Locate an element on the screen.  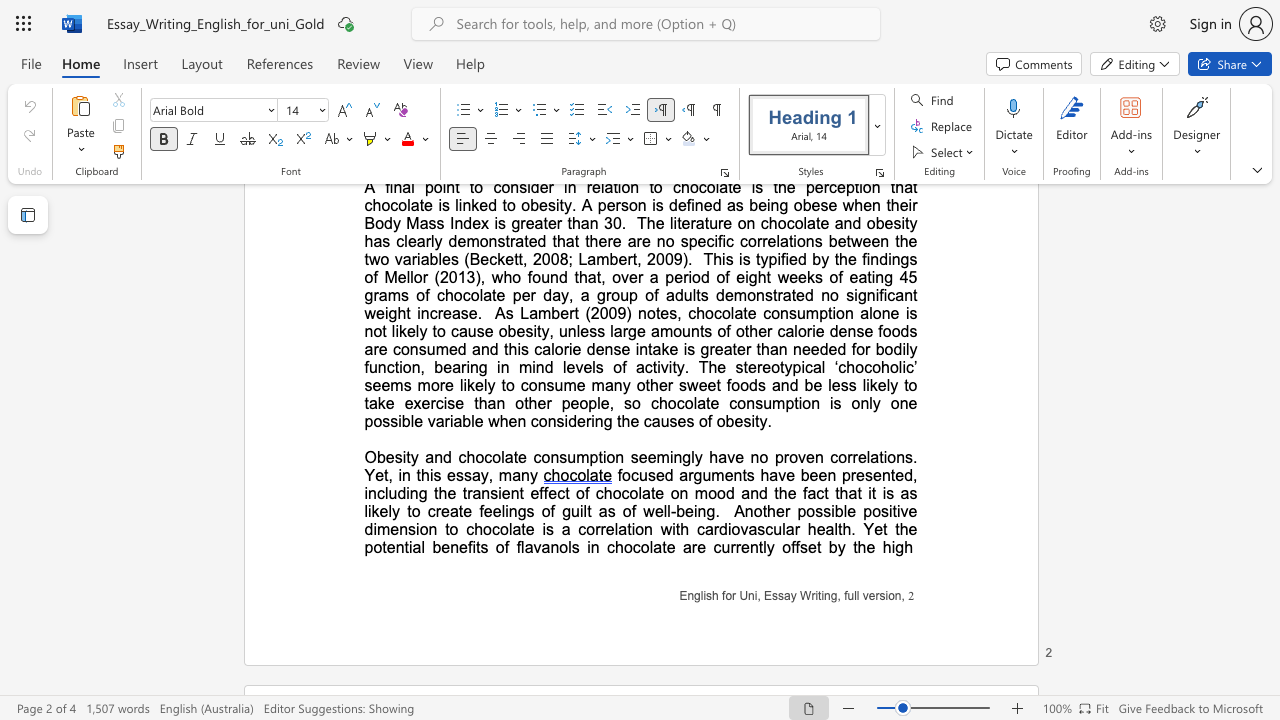
the subset text "emingly h" within the text "seemingly have" is located at coordinates (647, 457).